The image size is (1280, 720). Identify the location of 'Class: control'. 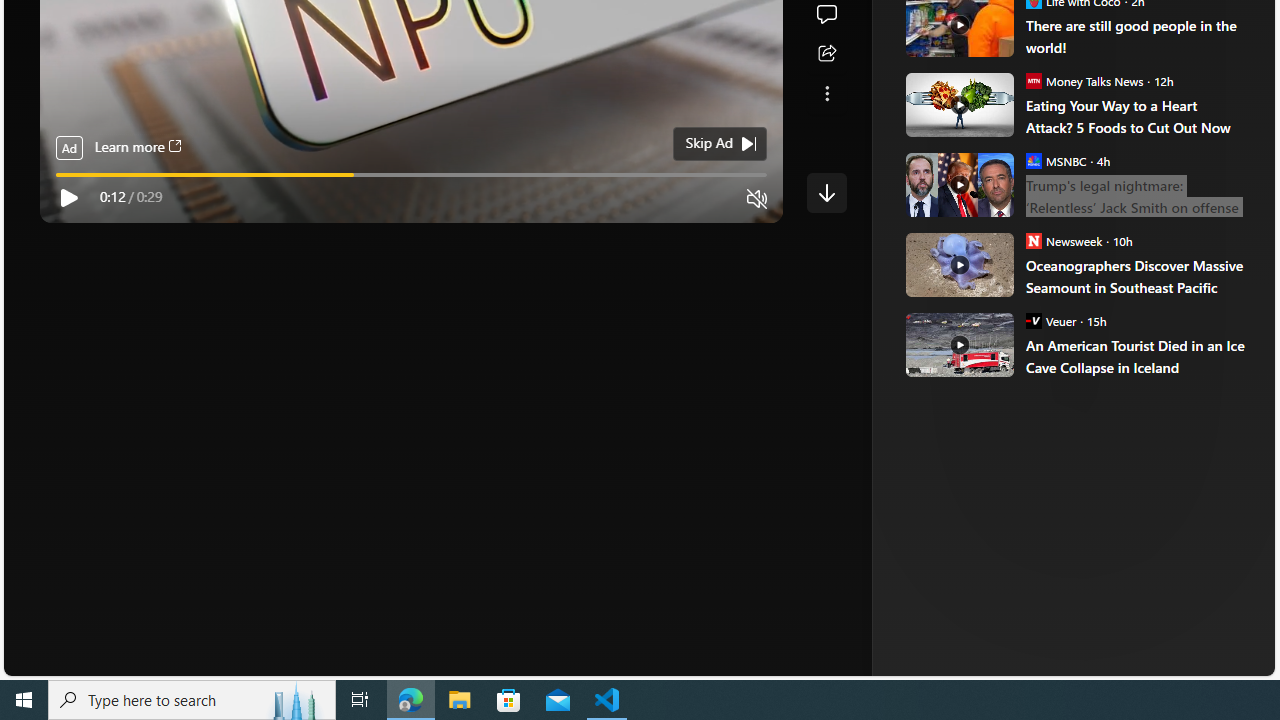
(826, 192).